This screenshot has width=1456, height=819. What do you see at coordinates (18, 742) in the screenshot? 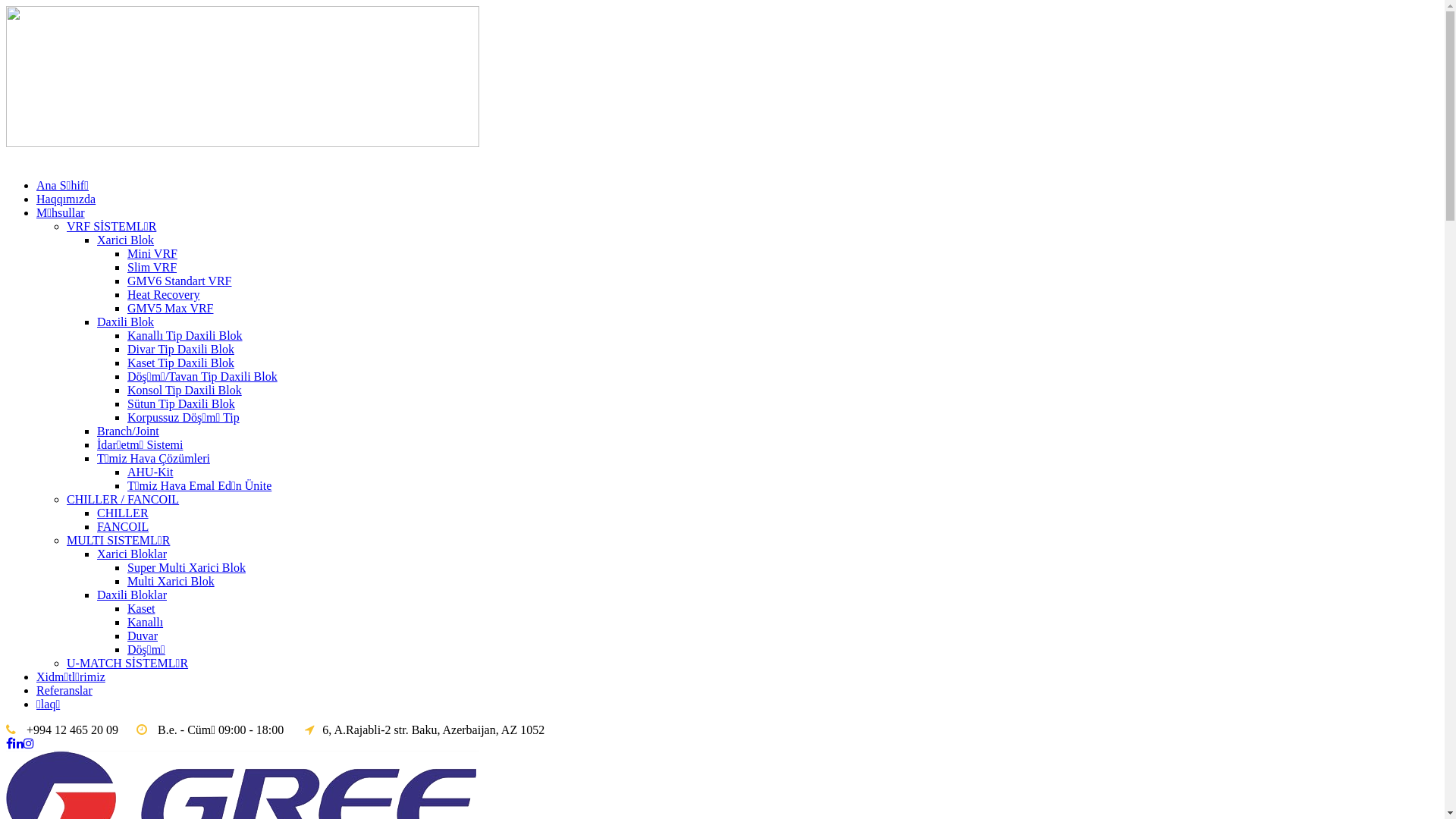
I see `'linkedin'` at bounding box center [18, 742].